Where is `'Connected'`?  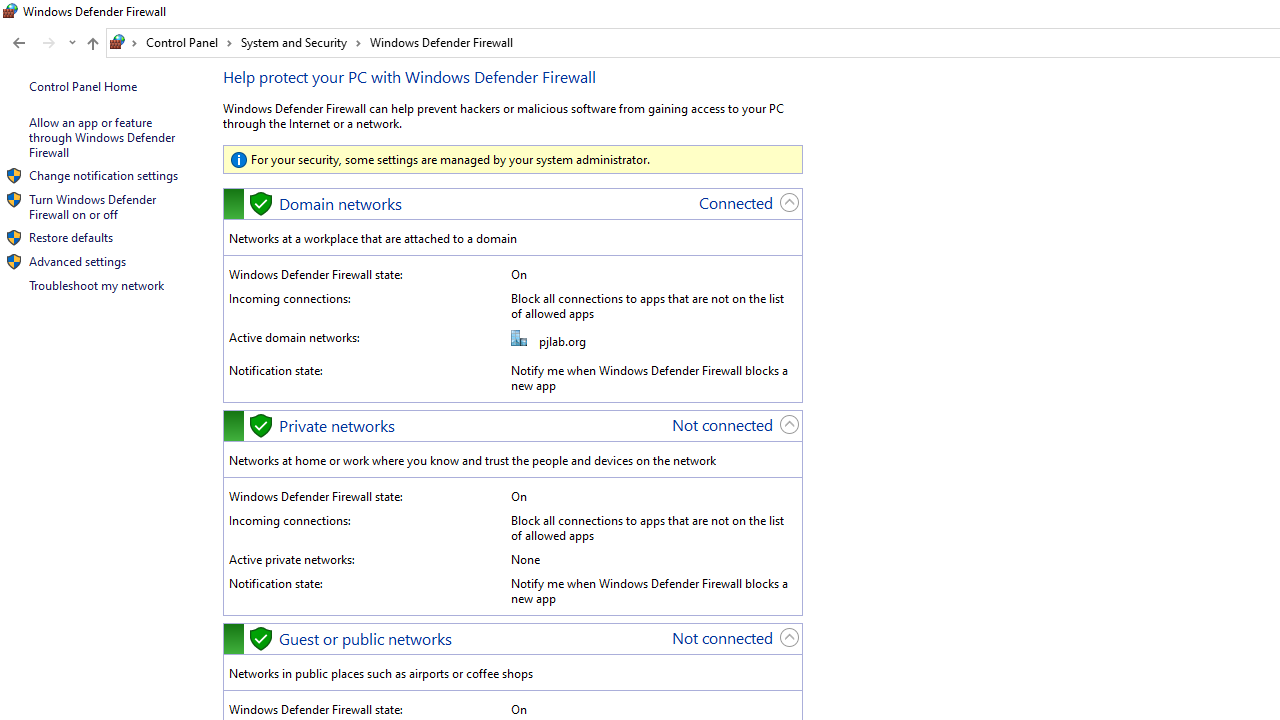
'Connected' is located at coordinates (735, 202).